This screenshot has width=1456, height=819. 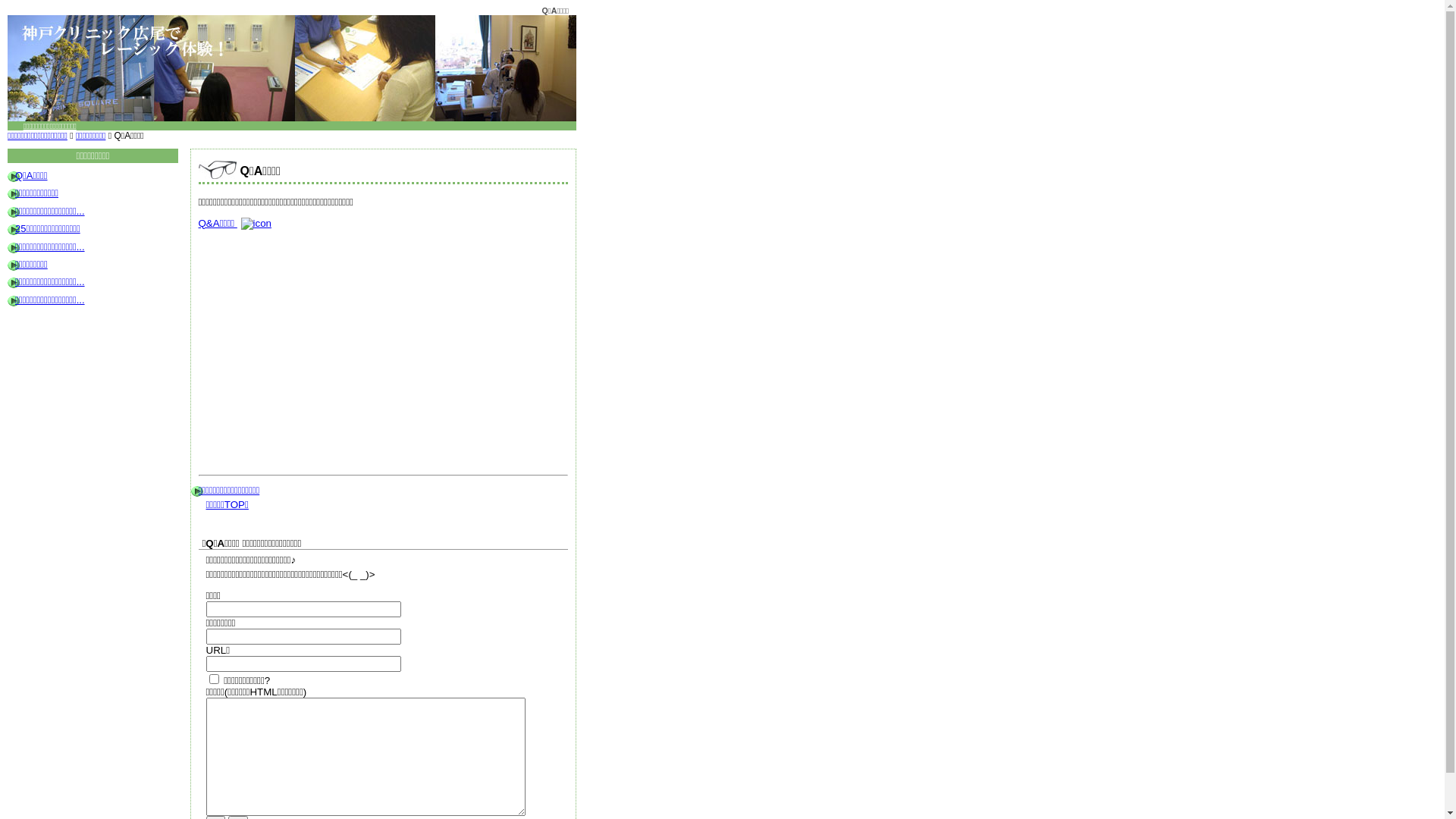 I want to click on '1', so click(x=213, y=678).